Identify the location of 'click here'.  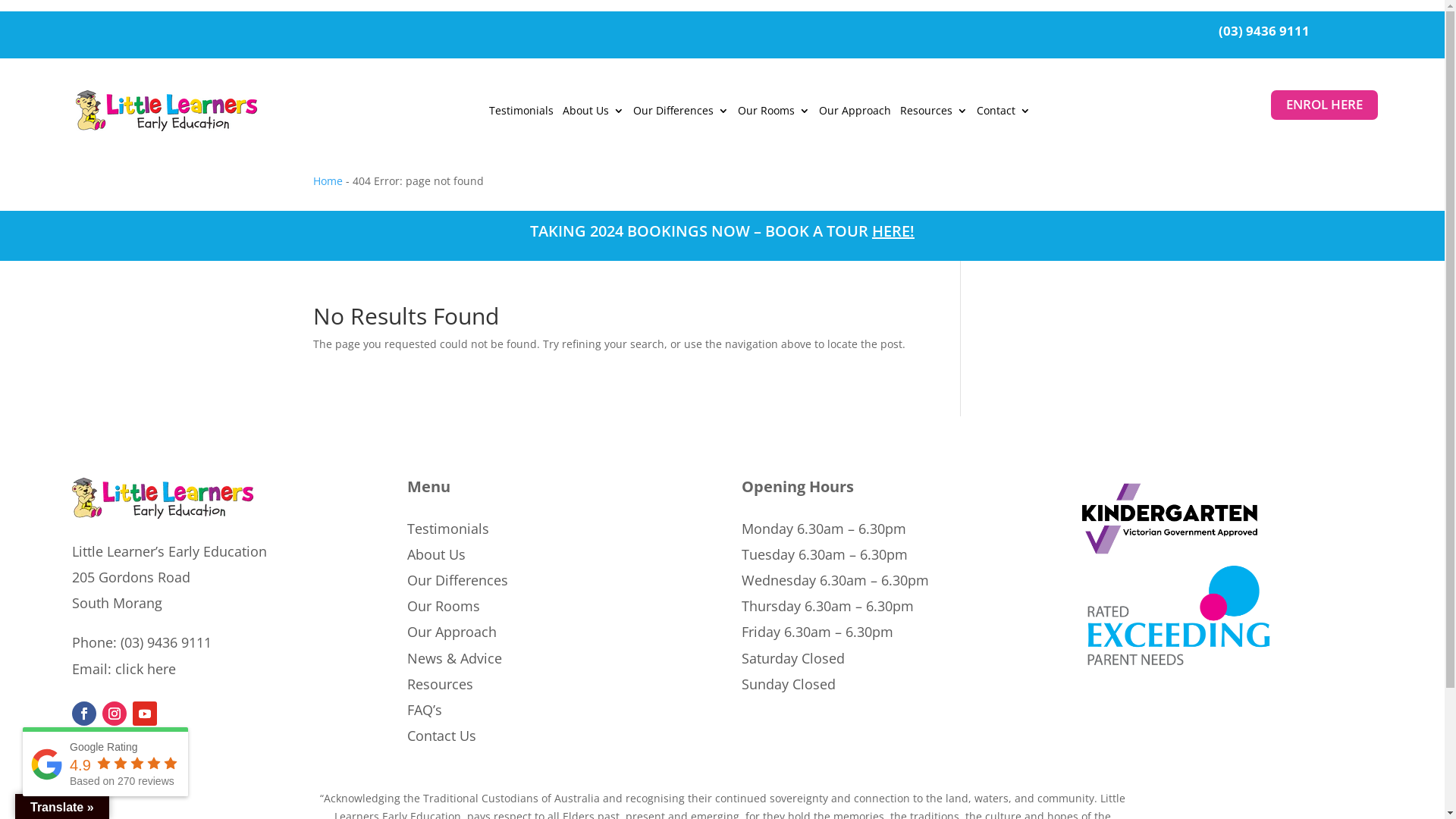
(115, 668).